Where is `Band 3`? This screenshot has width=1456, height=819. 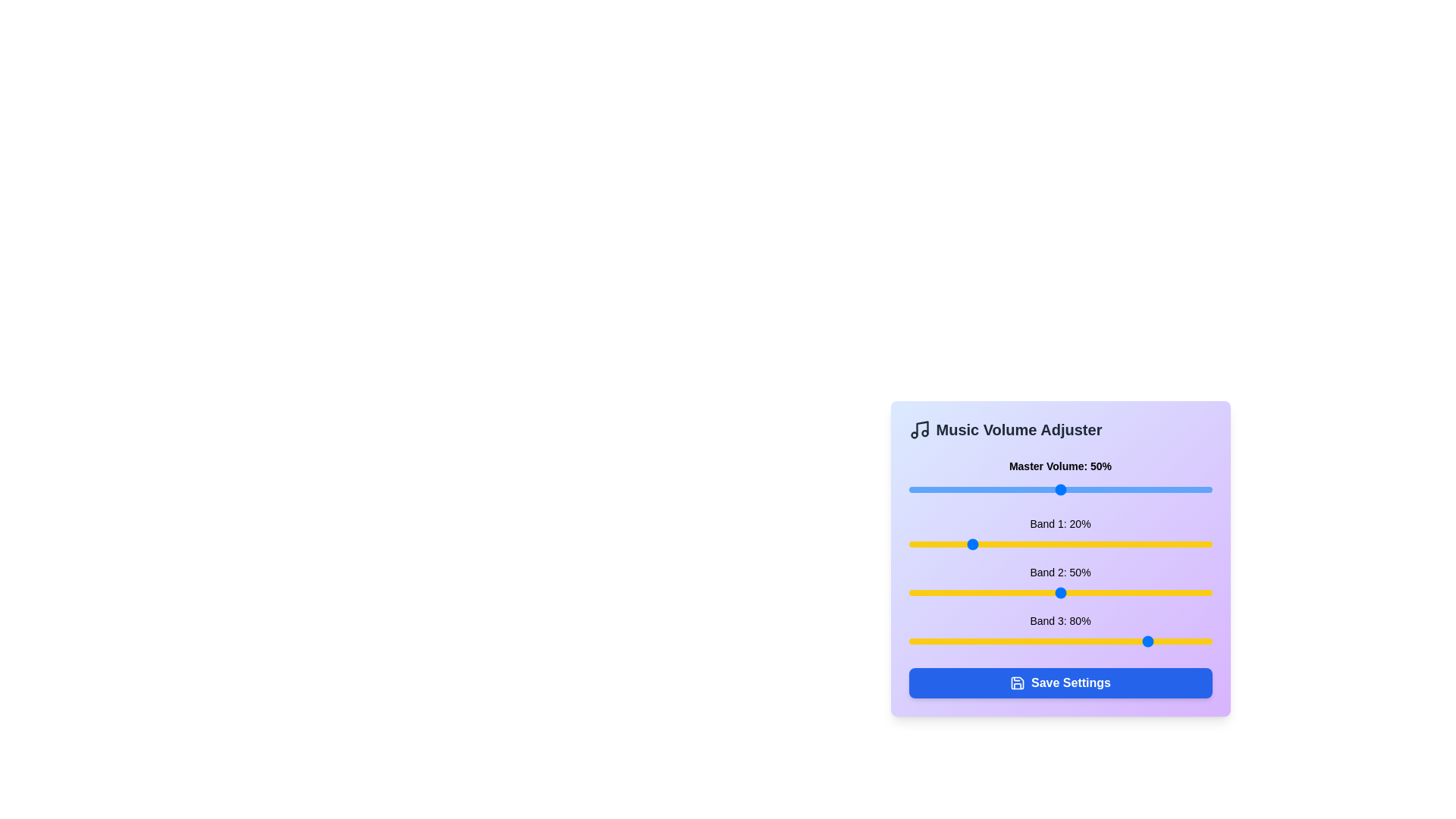
Band 3 is located at coordinates (1145, 641).